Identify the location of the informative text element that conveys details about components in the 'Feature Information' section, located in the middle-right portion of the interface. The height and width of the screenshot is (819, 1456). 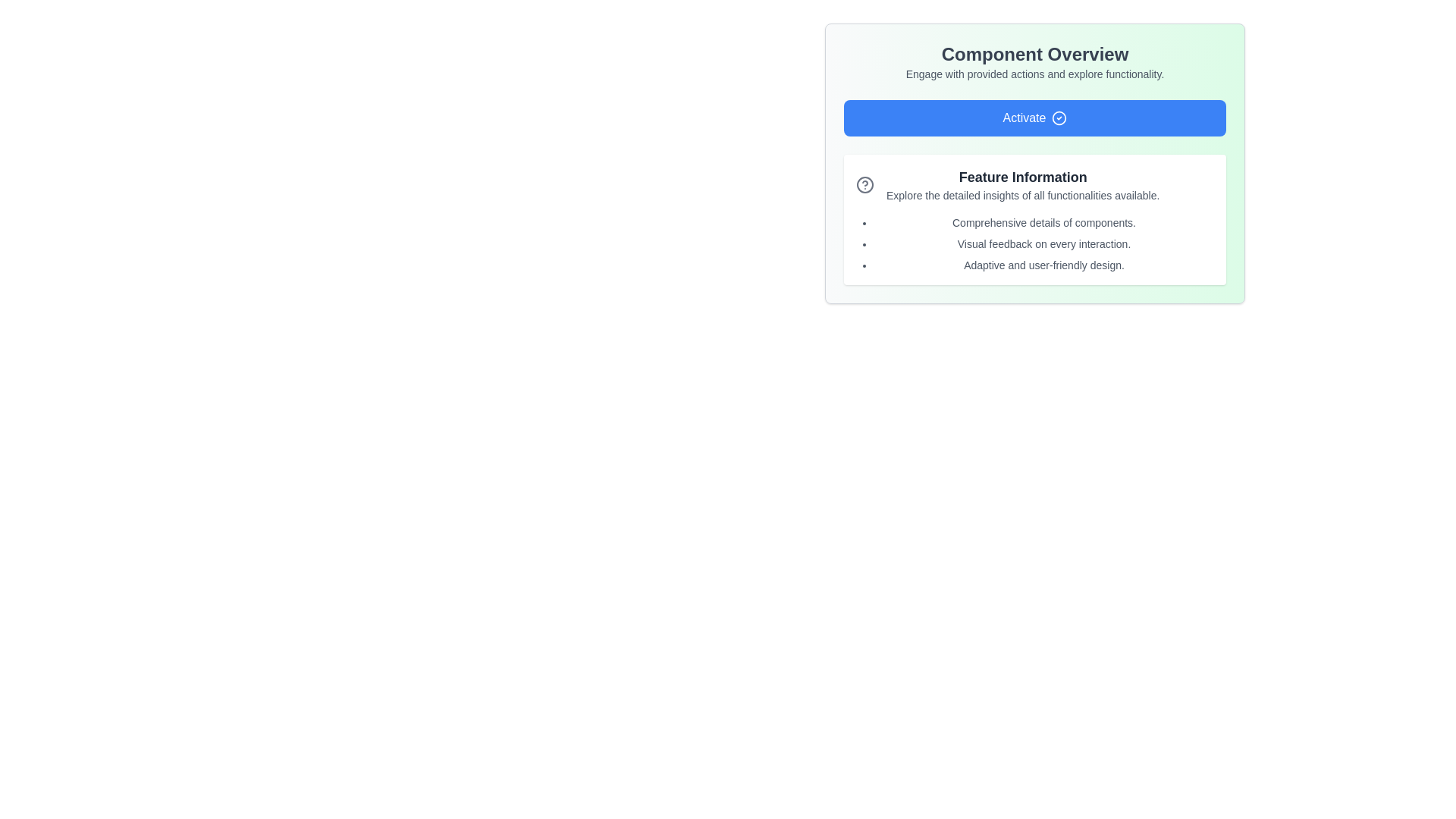
(1043, 222).